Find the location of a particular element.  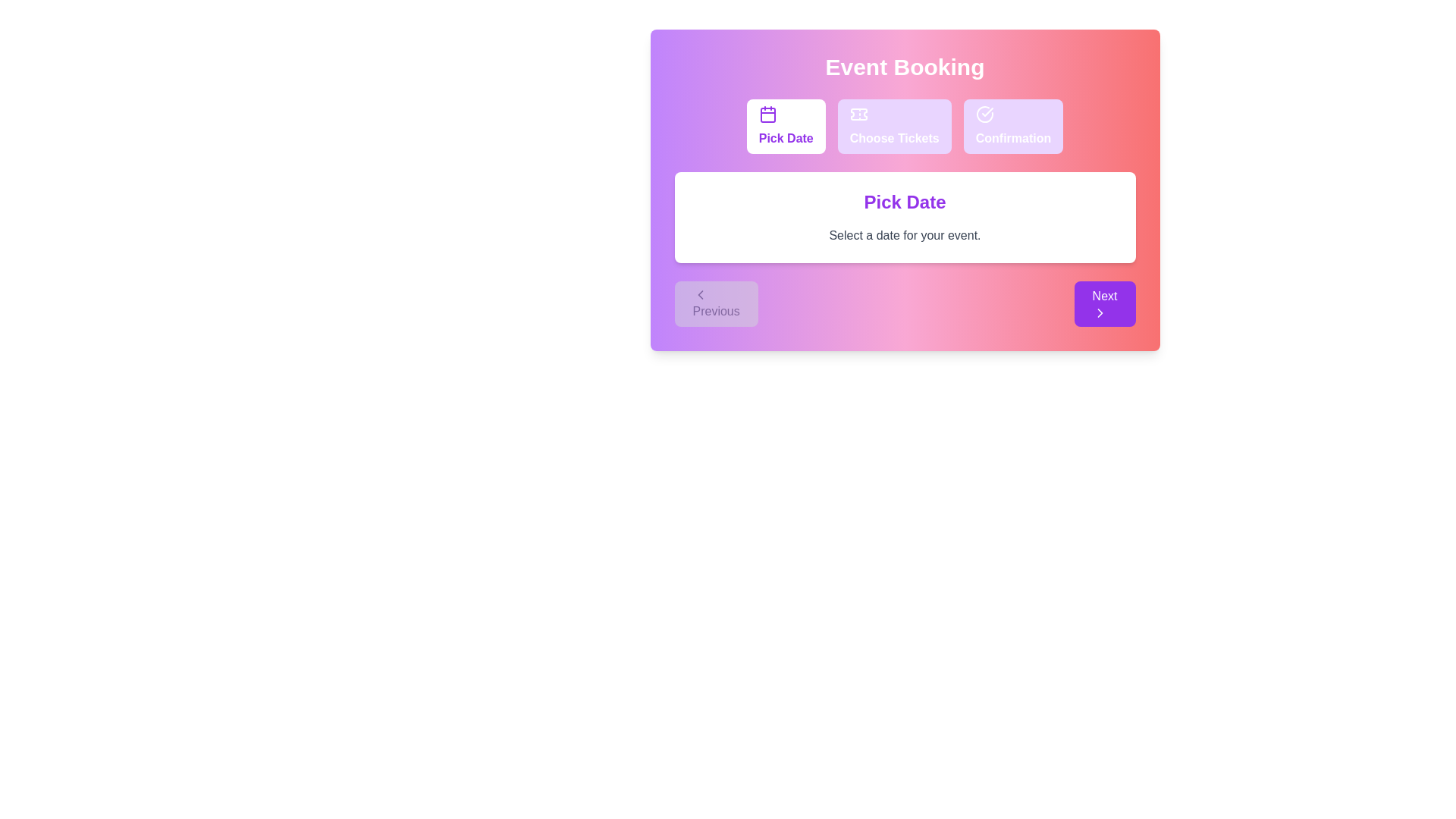

the small ticket icon located inside the 'Choose Tickets' button, which has a purple background and rounded corners, in the Event Booking interface is located at coordinates (858, 113).